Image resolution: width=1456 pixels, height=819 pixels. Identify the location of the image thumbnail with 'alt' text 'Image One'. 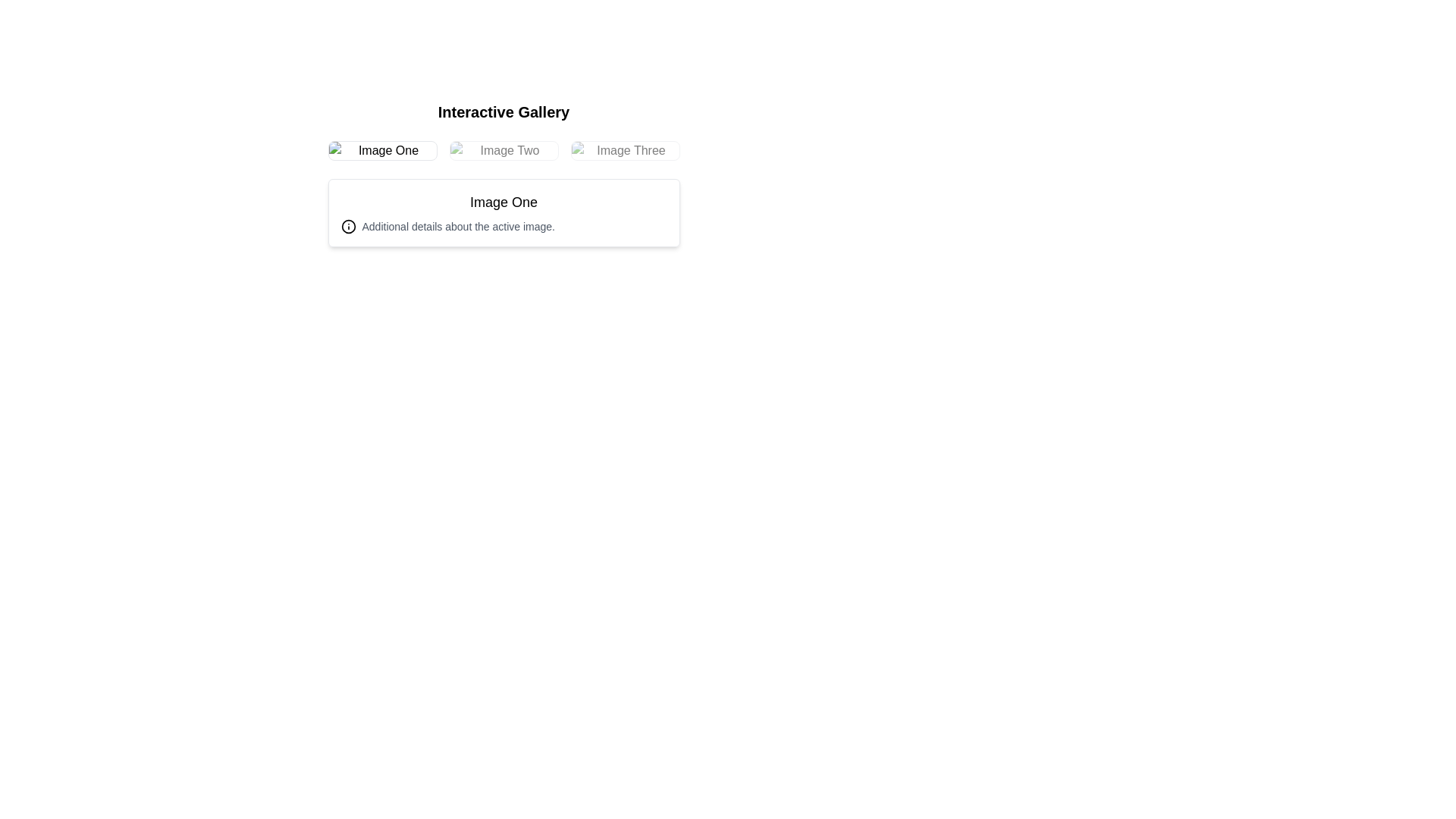
(382, 151).